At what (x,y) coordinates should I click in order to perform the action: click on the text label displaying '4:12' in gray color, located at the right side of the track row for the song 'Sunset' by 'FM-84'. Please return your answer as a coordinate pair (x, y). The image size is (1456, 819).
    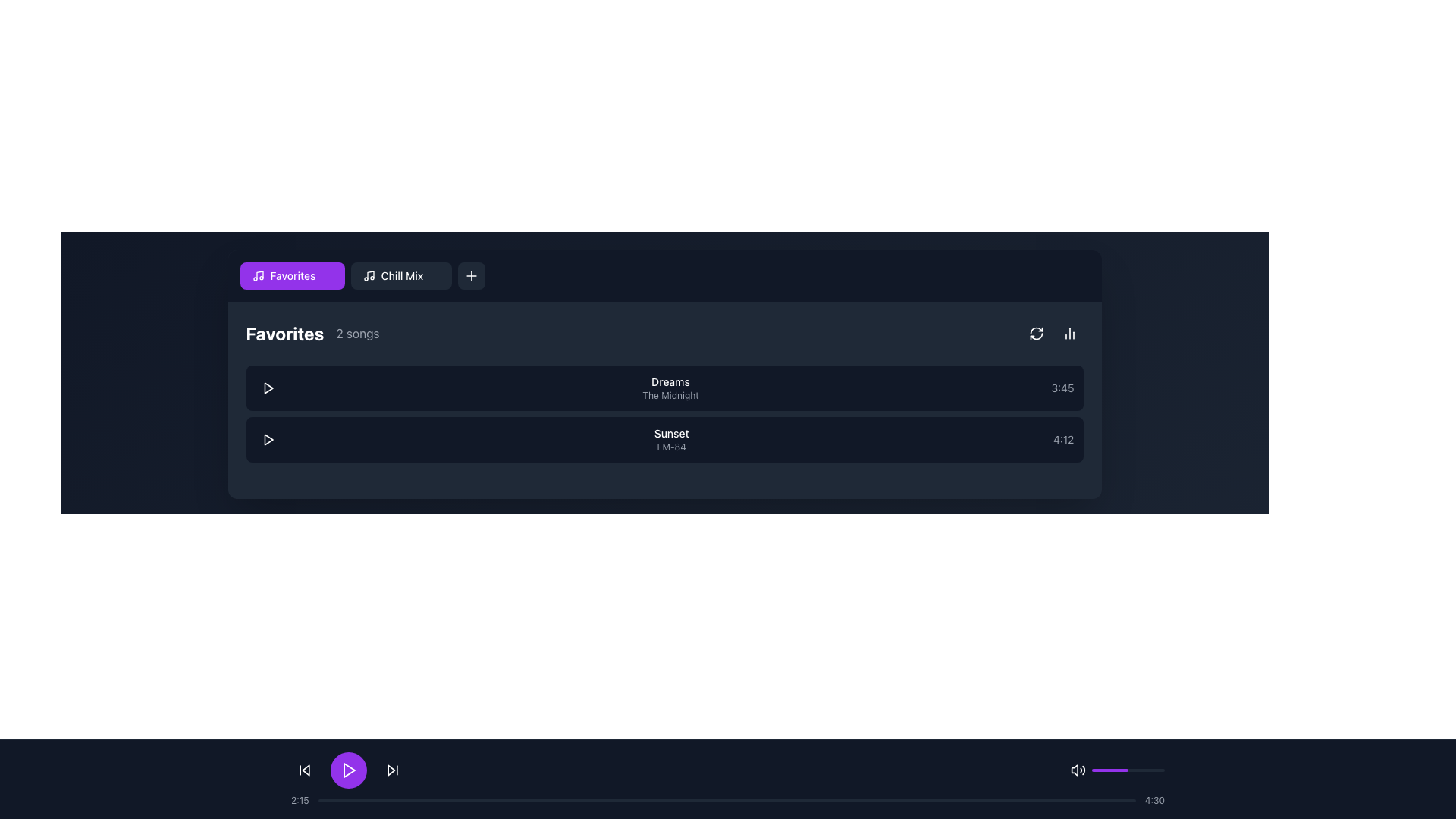
    Looking at the image, I should click on (1062, 439).